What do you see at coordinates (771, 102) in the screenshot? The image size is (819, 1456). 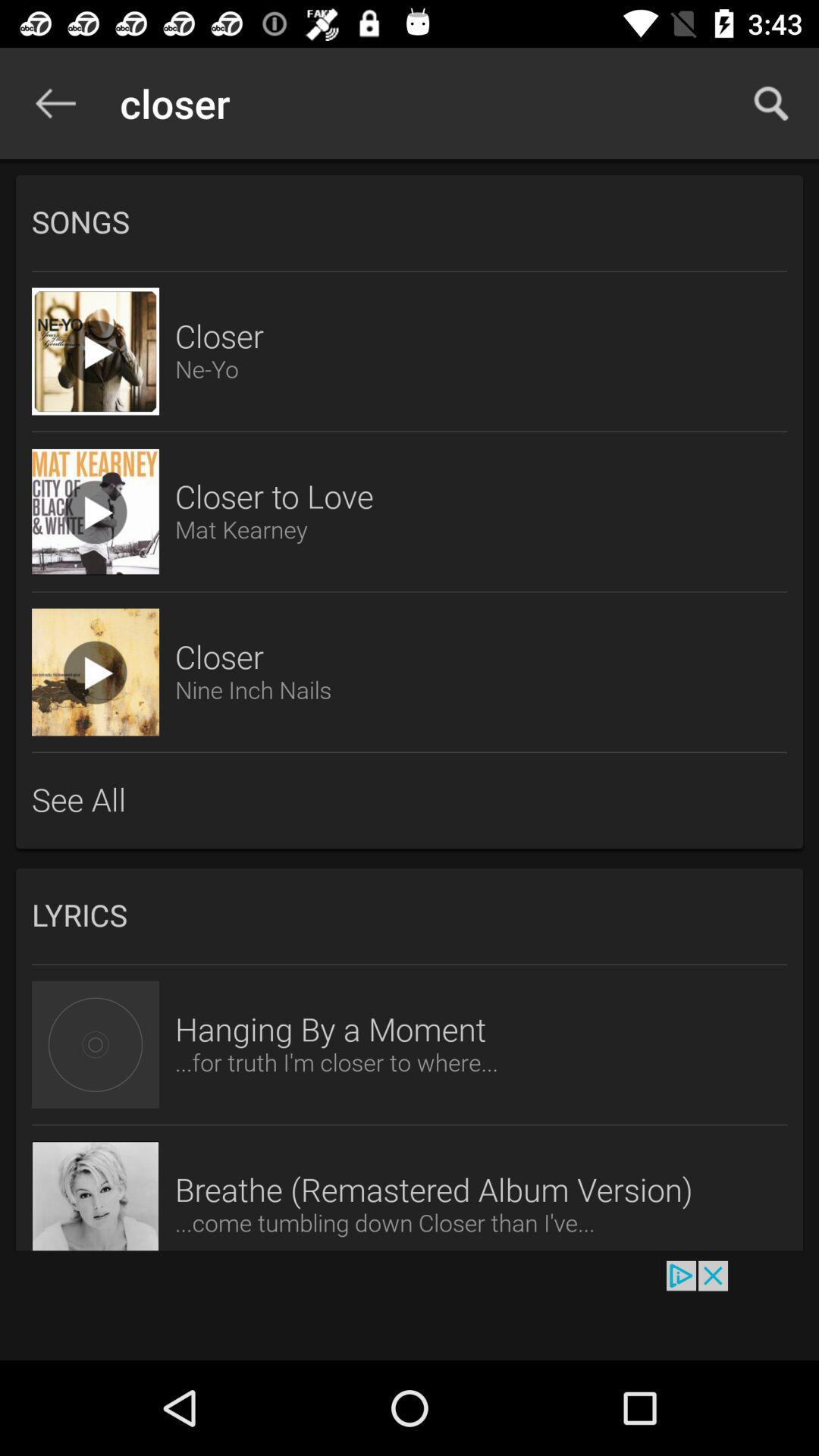 I see `the item next to closer icon` at bounding box center [771, 102].